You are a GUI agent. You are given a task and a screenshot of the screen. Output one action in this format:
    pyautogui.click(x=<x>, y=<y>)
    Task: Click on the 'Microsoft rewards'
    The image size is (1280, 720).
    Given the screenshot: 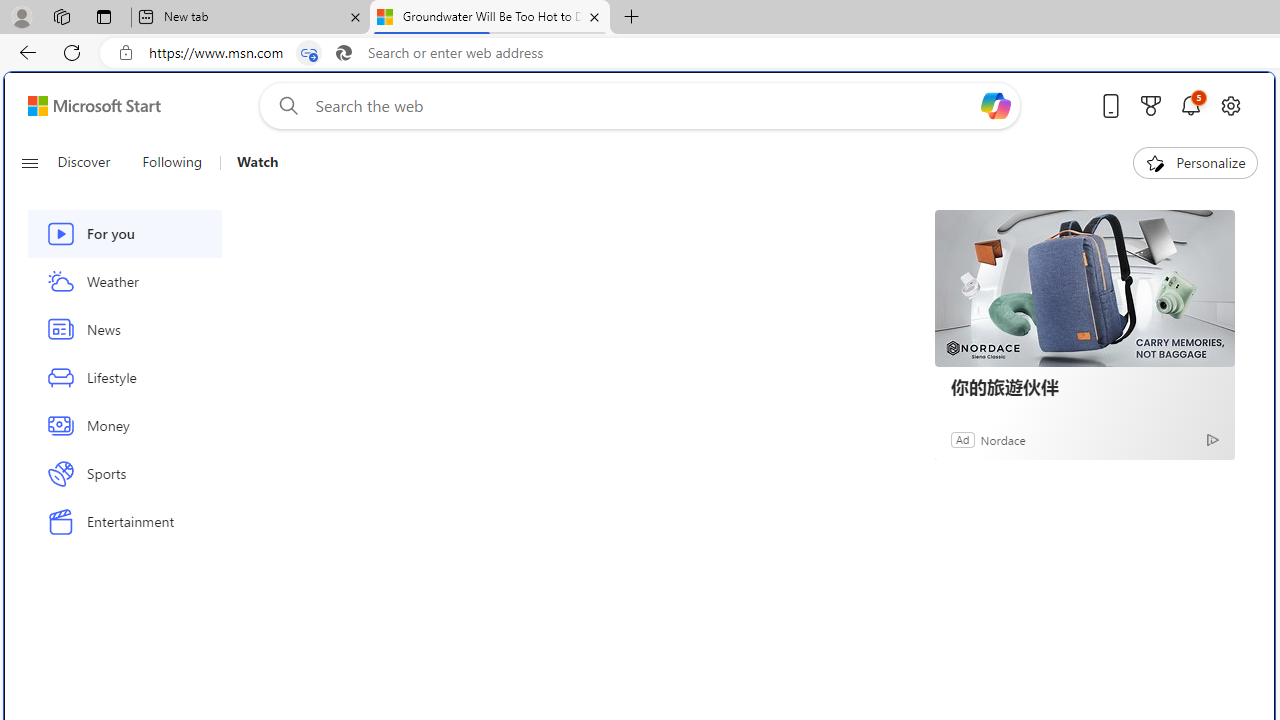 What is the action you would take?
    pyautogui.click(x=1151, y=105)
    